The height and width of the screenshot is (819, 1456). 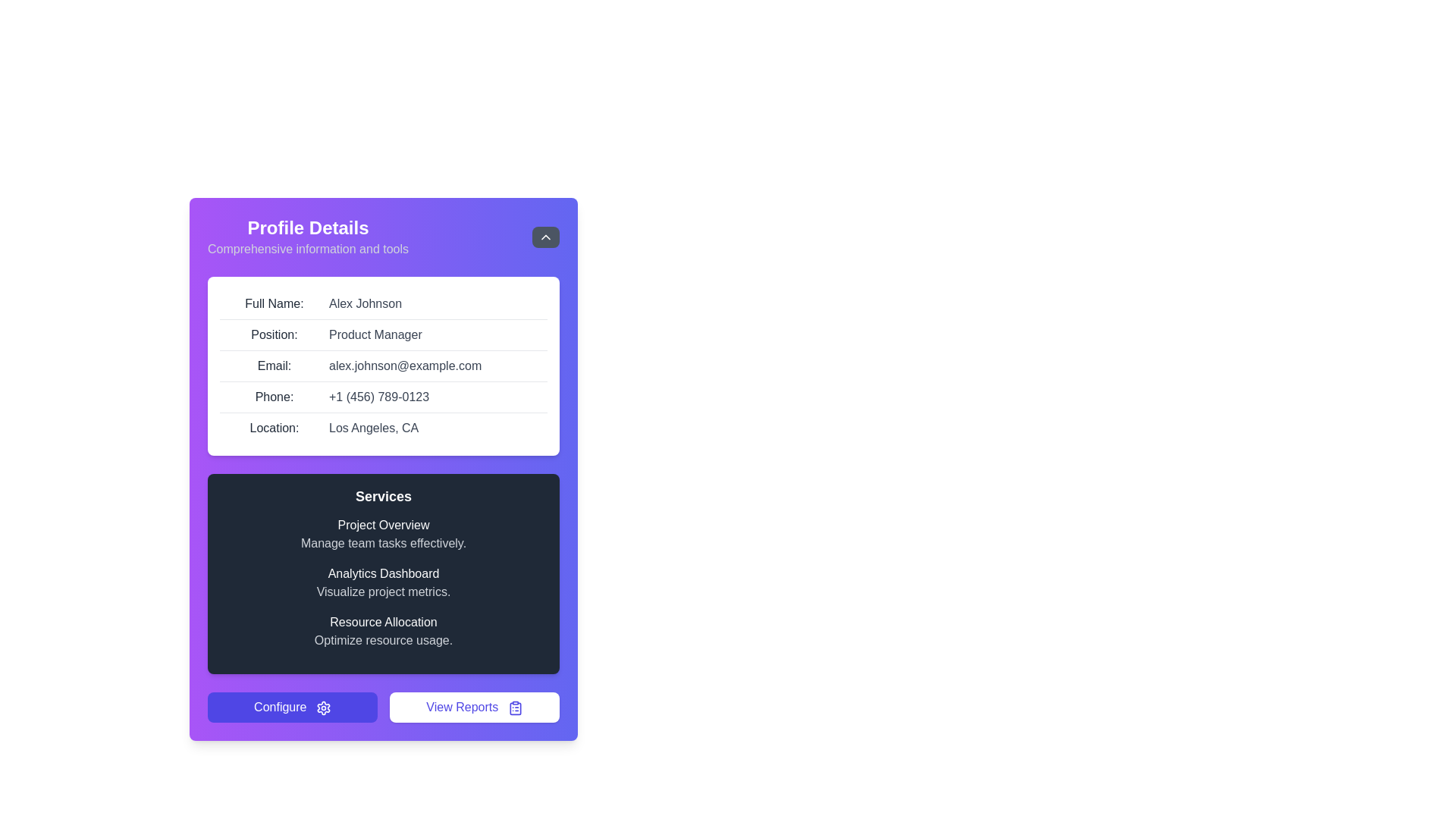 What do you see at coordinates (375, 334) in the screenshot?
I see `the static text element displaying the user's professional designation 'Product Manager', which is located to the right of the label 'Position:' in the profile details section` at bounding box center [375, 334].